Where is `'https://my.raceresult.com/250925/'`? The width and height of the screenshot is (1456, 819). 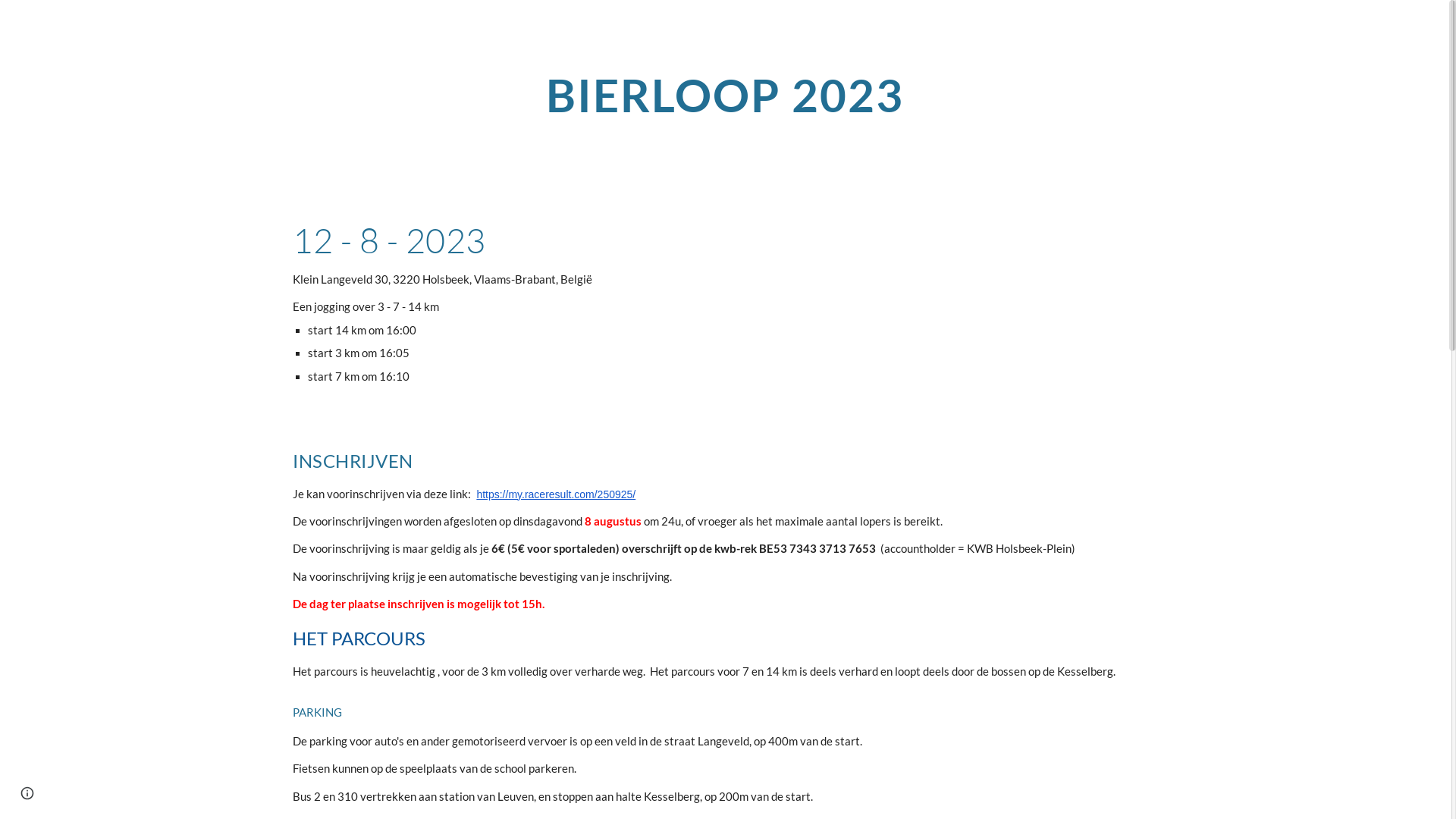
'https://my.raceresult.com/250925/' is located at coordinates (555, 493).